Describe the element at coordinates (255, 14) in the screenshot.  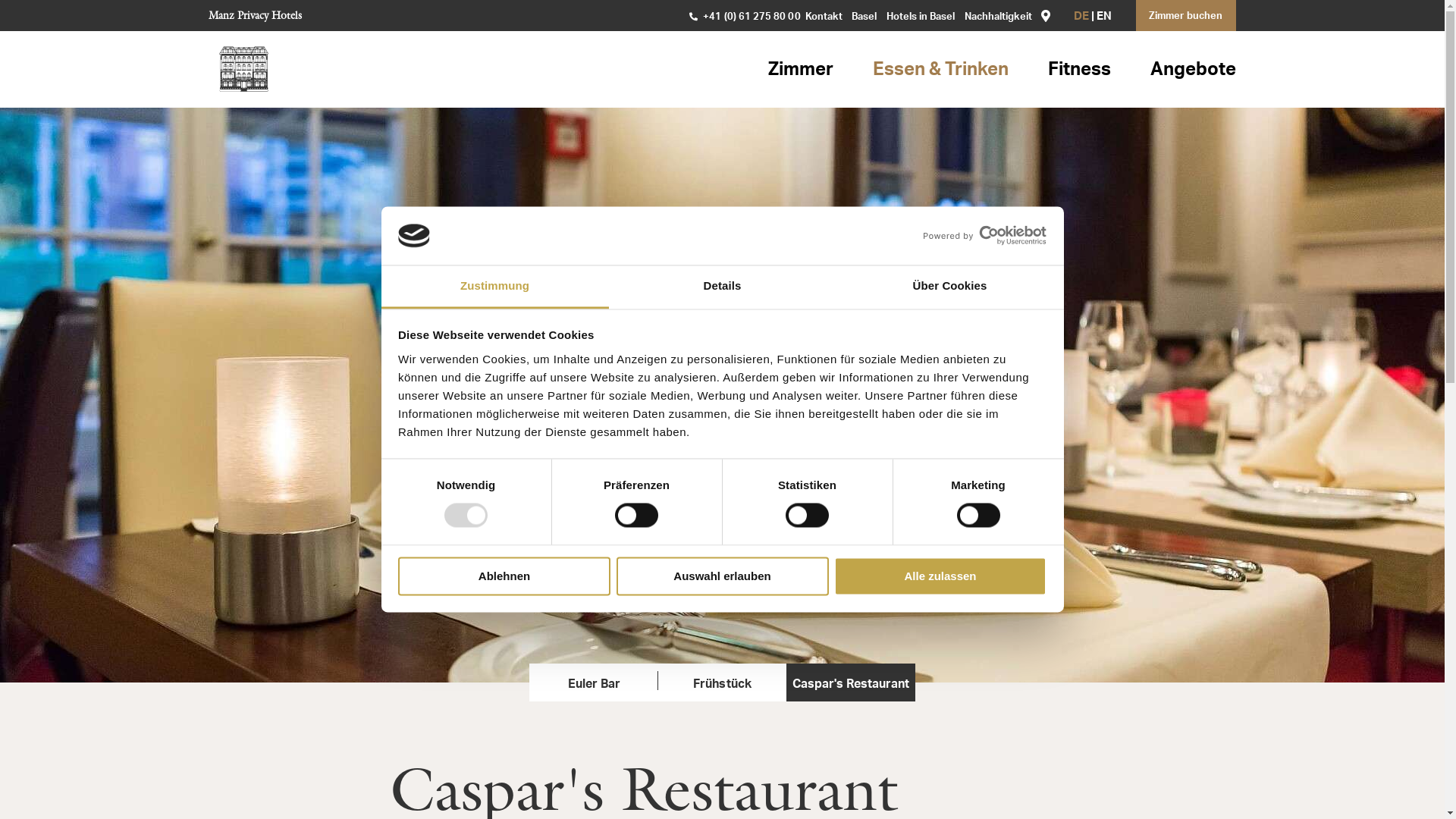
I see `'Manz Privacy Hotels'` at that location.